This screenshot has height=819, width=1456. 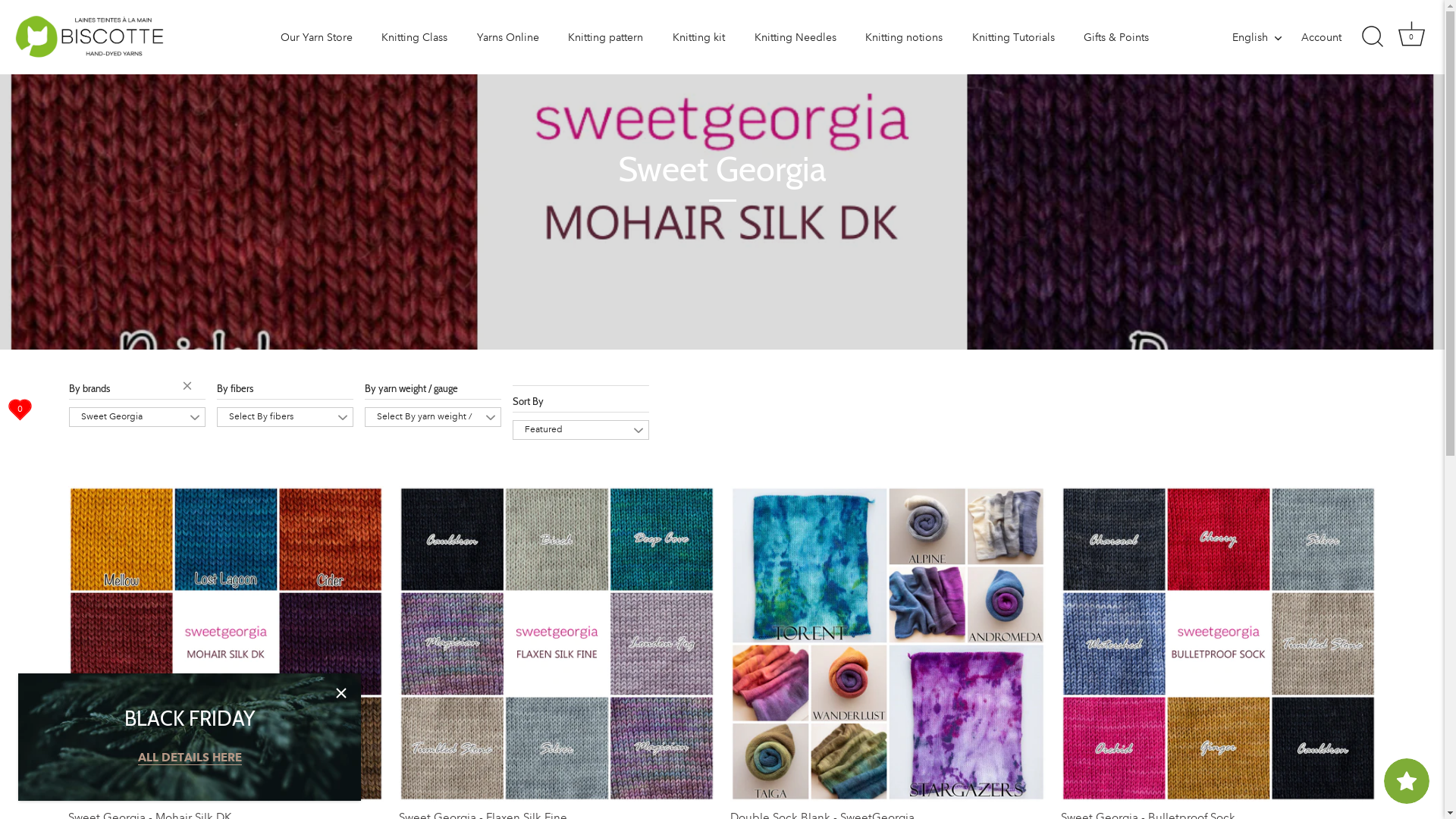 I want to click on 'ALL DETAILS HERE', so click(x=138, y=758).